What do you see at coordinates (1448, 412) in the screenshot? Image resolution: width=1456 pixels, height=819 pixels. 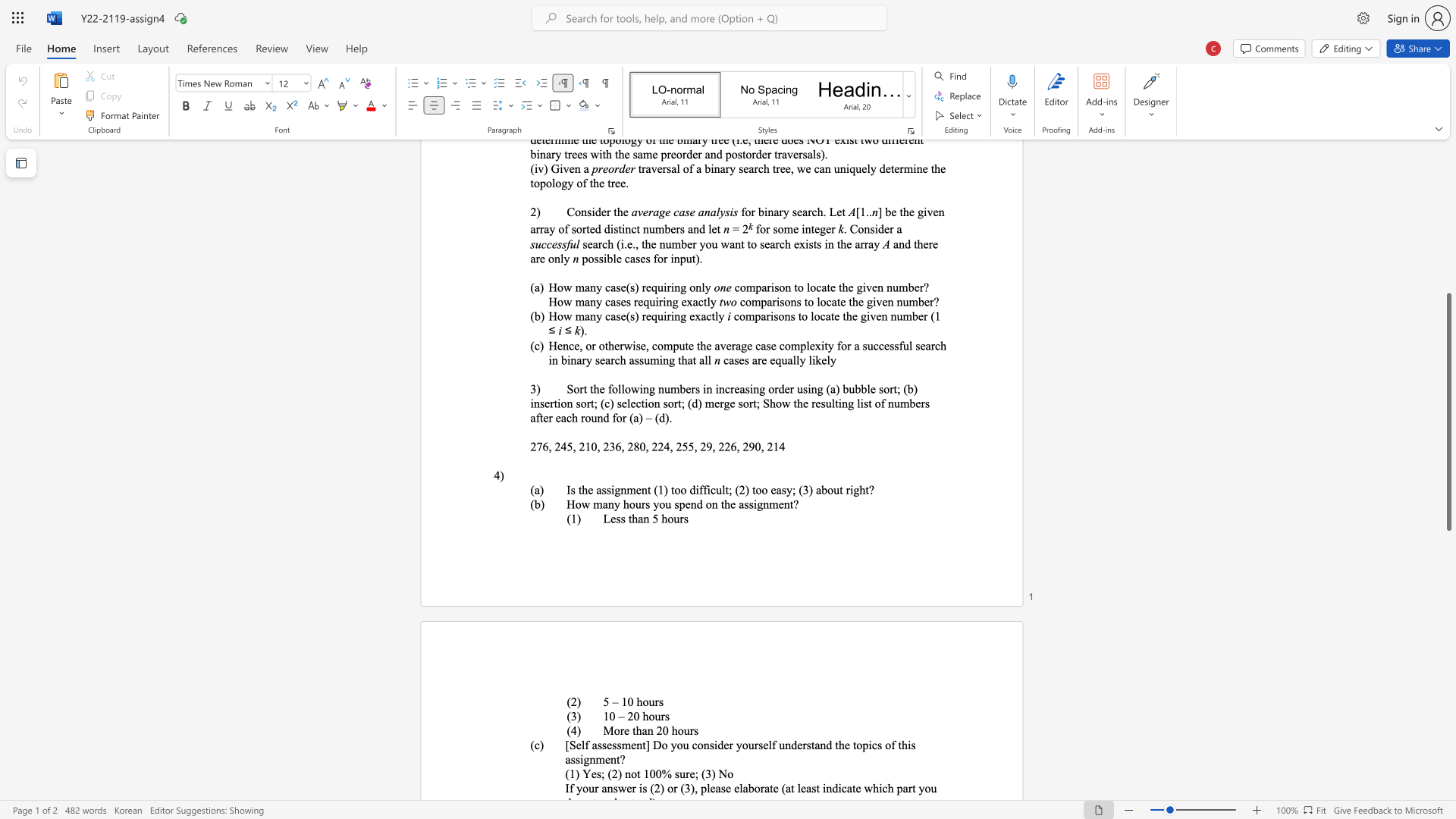 I see `the scrollbar and move down 110 pixels` at bounding box center [1448, 412].